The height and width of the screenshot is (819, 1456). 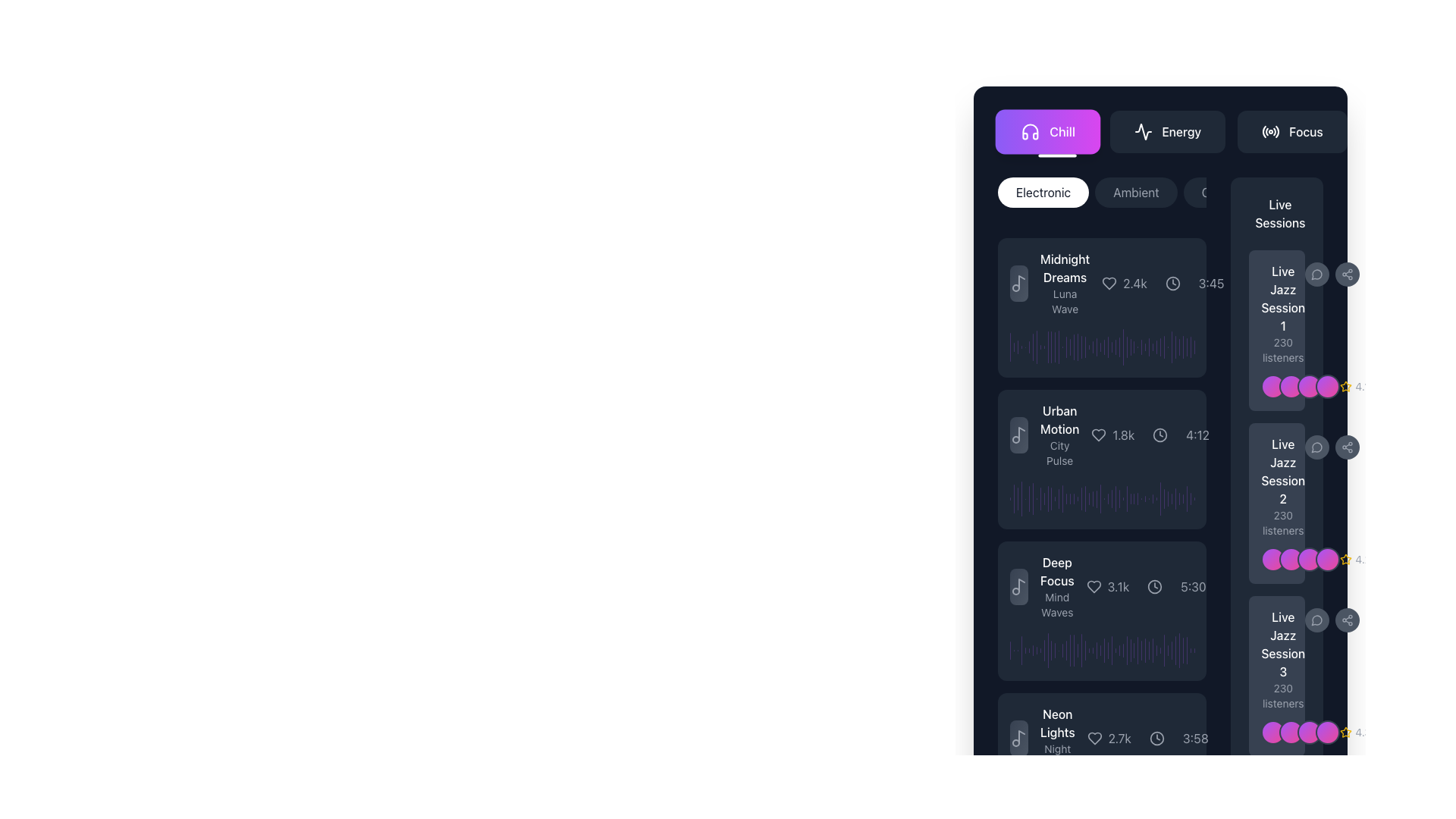 I want to click on the small yellow star icon representing a rating indicator, located between the pink circles and the numerical text '4.2', so click(x=1346, y=559).